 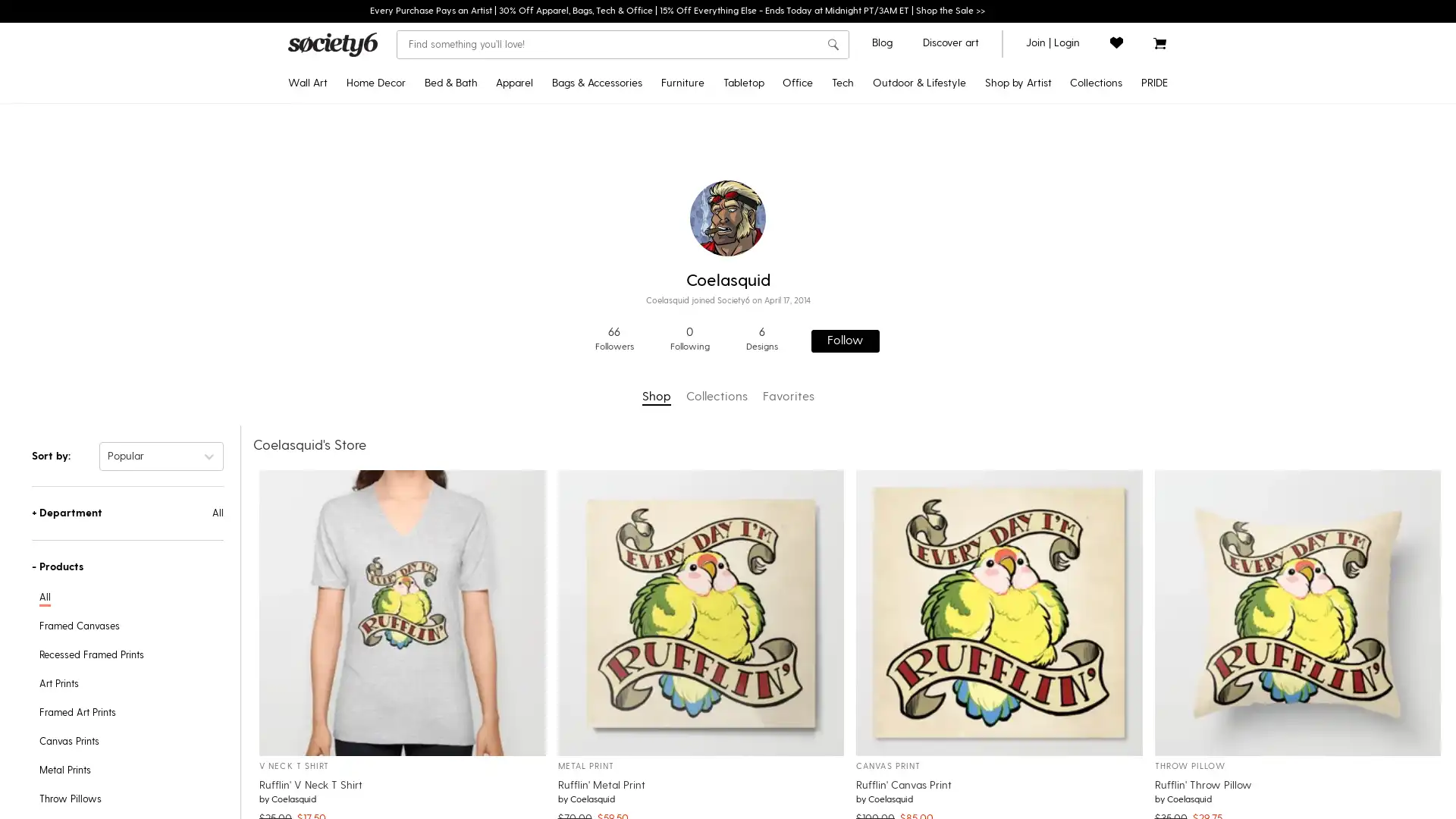 What do you see at coordinates (483, 194) in the screenshot?
I see `Shower Curtains` at bounding box center [483, 194].